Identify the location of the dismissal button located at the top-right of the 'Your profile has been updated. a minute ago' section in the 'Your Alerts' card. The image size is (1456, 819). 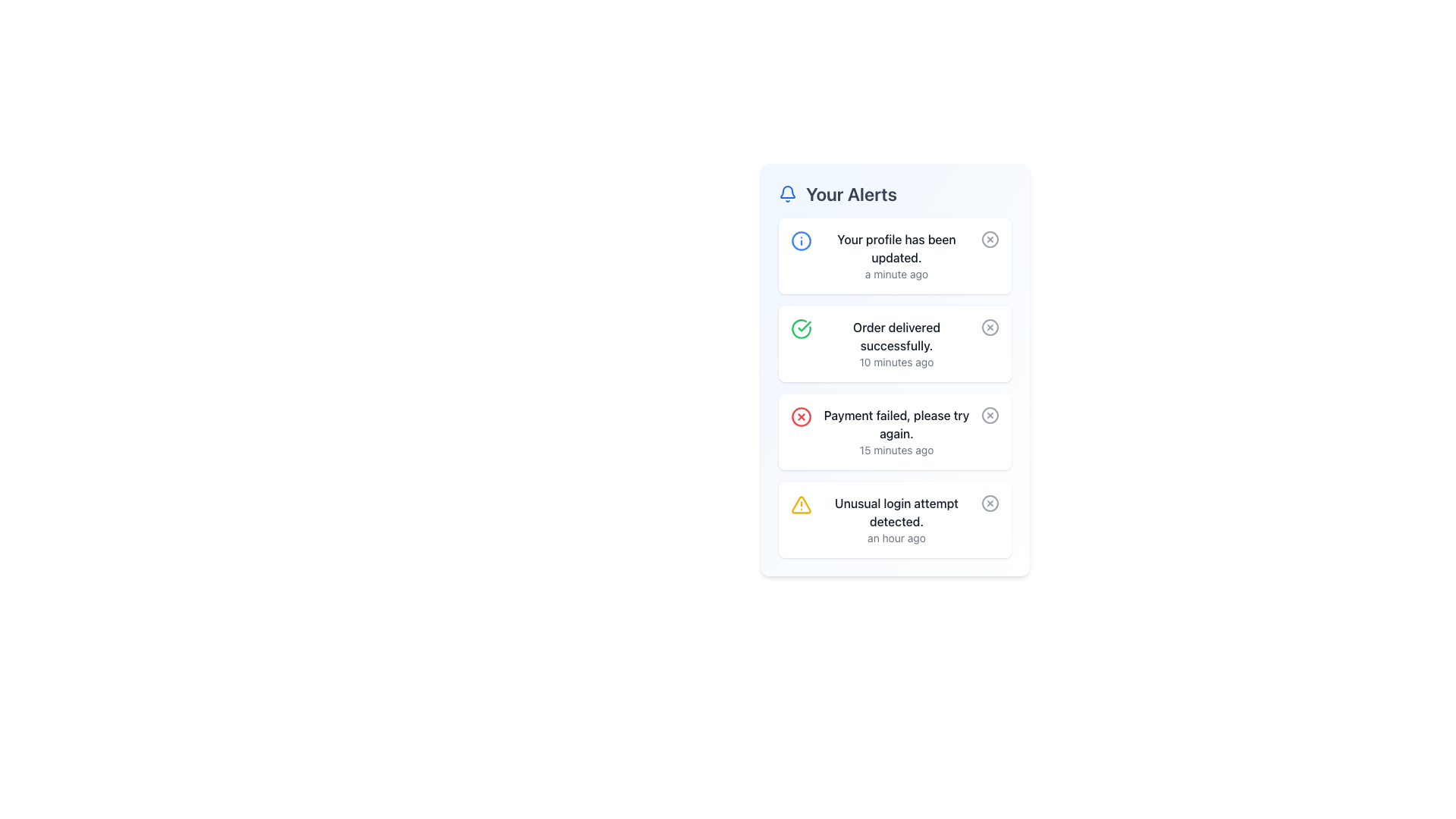
(990, 239).